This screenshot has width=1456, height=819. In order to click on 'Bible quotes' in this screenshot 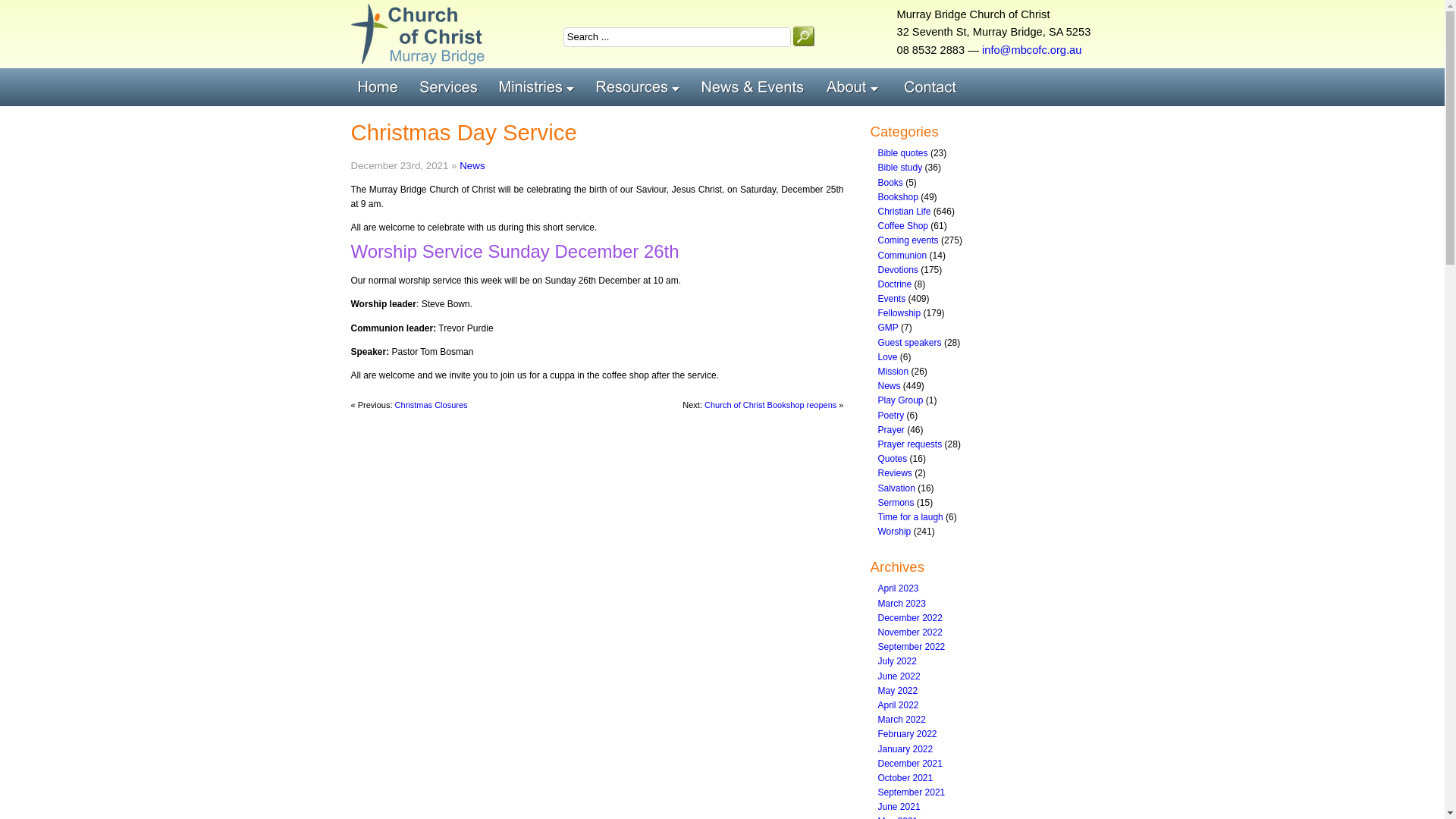, I will do `click(902, 152)`.